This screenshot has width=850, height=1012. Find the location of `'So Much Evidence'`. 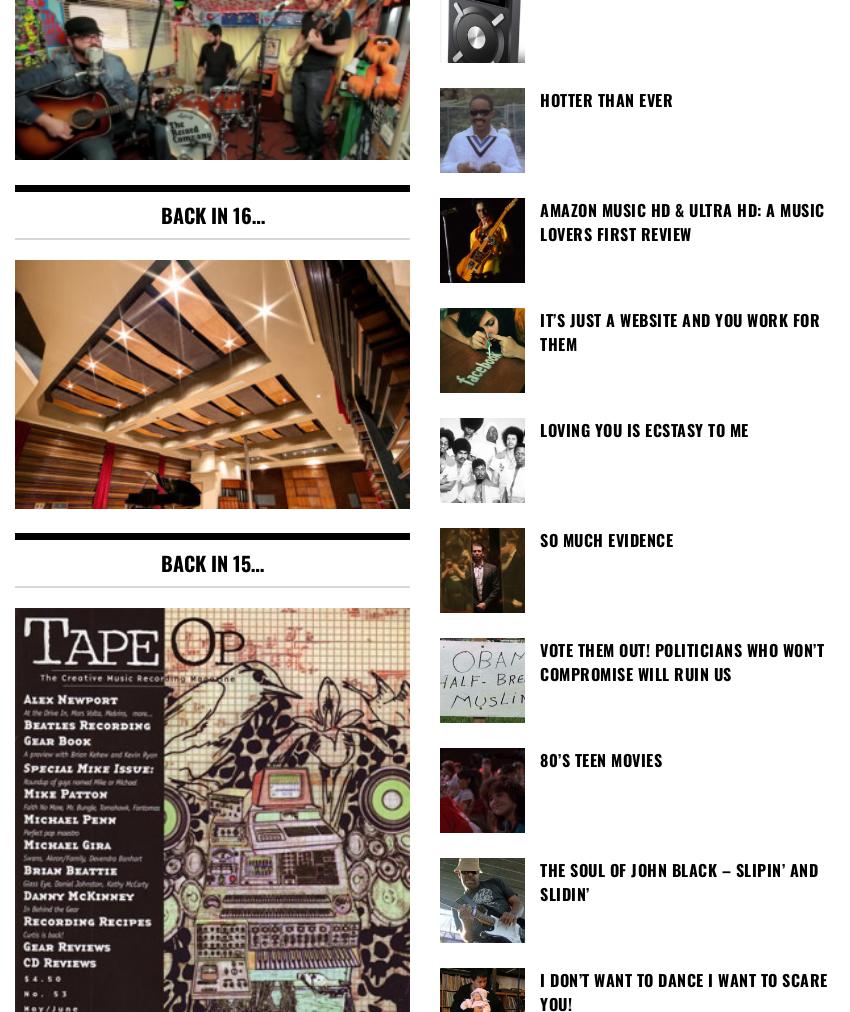

'So Much Evidence' is located at coordinates (539, 537).